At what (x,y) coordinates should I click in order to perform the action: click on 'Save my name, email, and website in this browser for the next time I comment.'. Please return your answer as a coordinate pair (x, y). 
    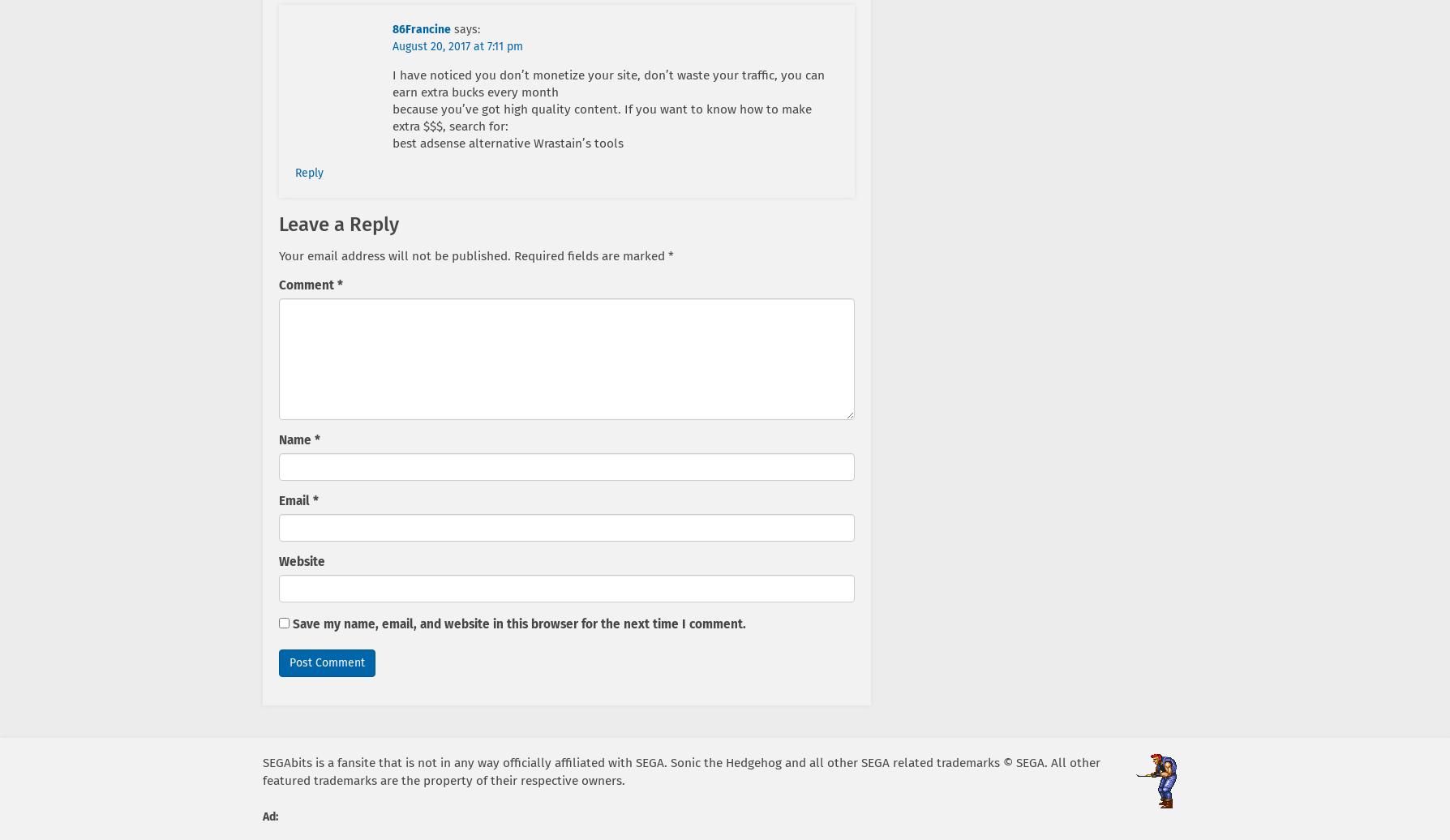
    Looking at the image, I should click on (519, 624).